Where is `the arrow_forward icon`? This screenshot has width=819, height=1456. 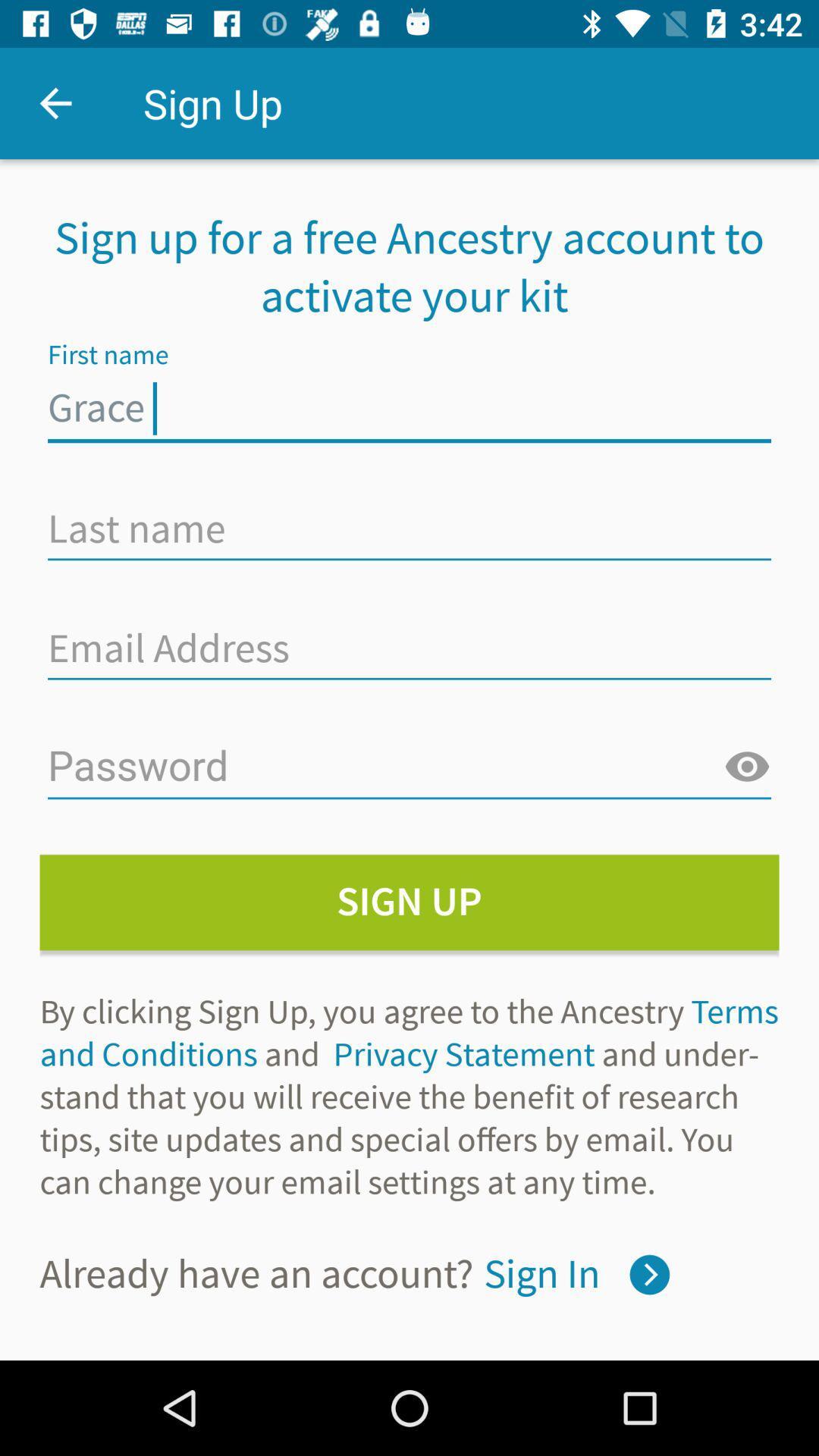
the arrow_forward icon is located at coordinates (648, 1274).